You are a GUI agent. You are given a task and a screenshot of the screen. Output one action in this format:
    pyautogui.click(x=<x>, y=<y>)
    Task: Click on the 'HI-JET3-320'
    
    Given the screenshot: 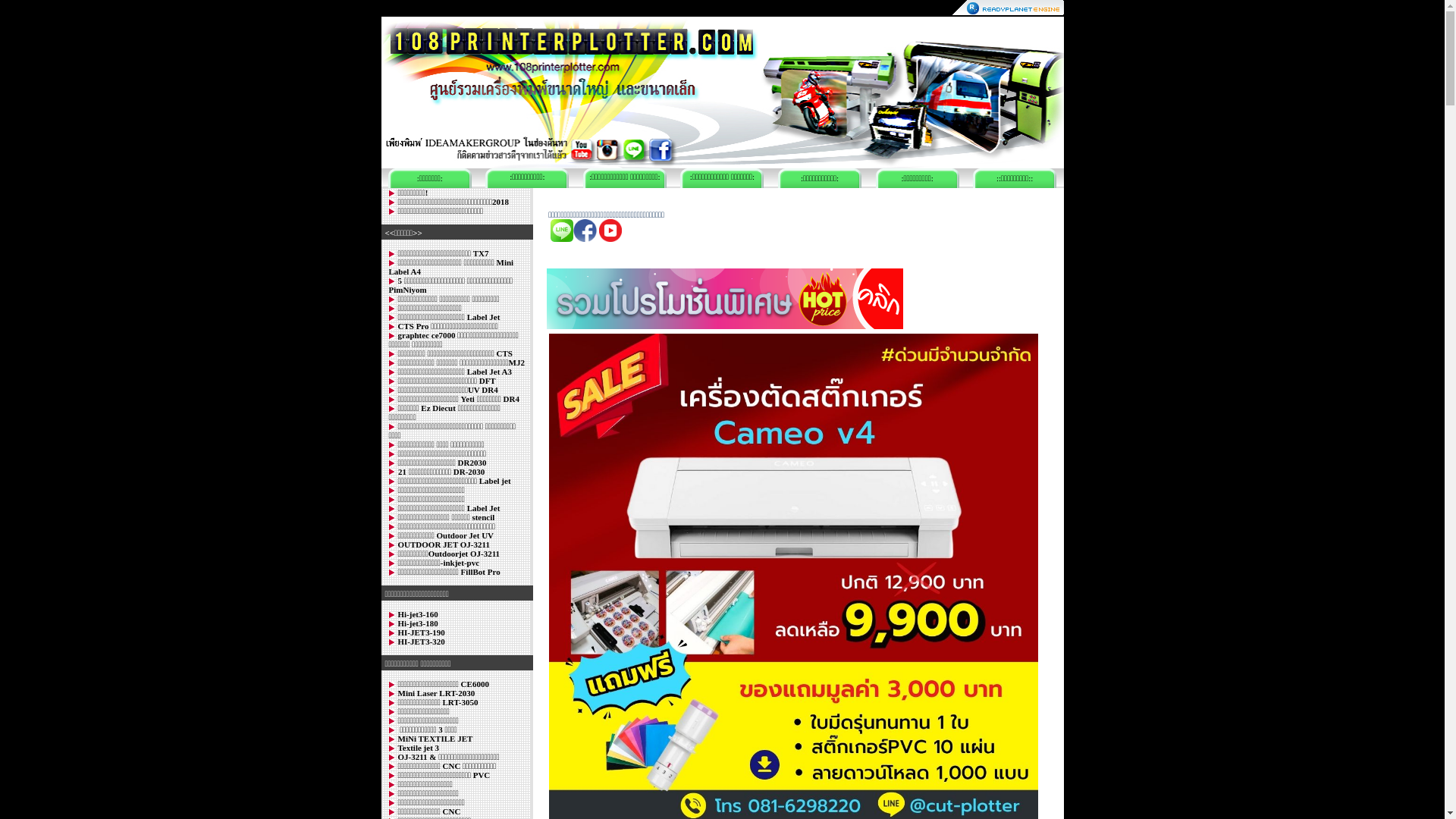 What is the action you would take?
    pyautogui.click(x=397, y=641)
    